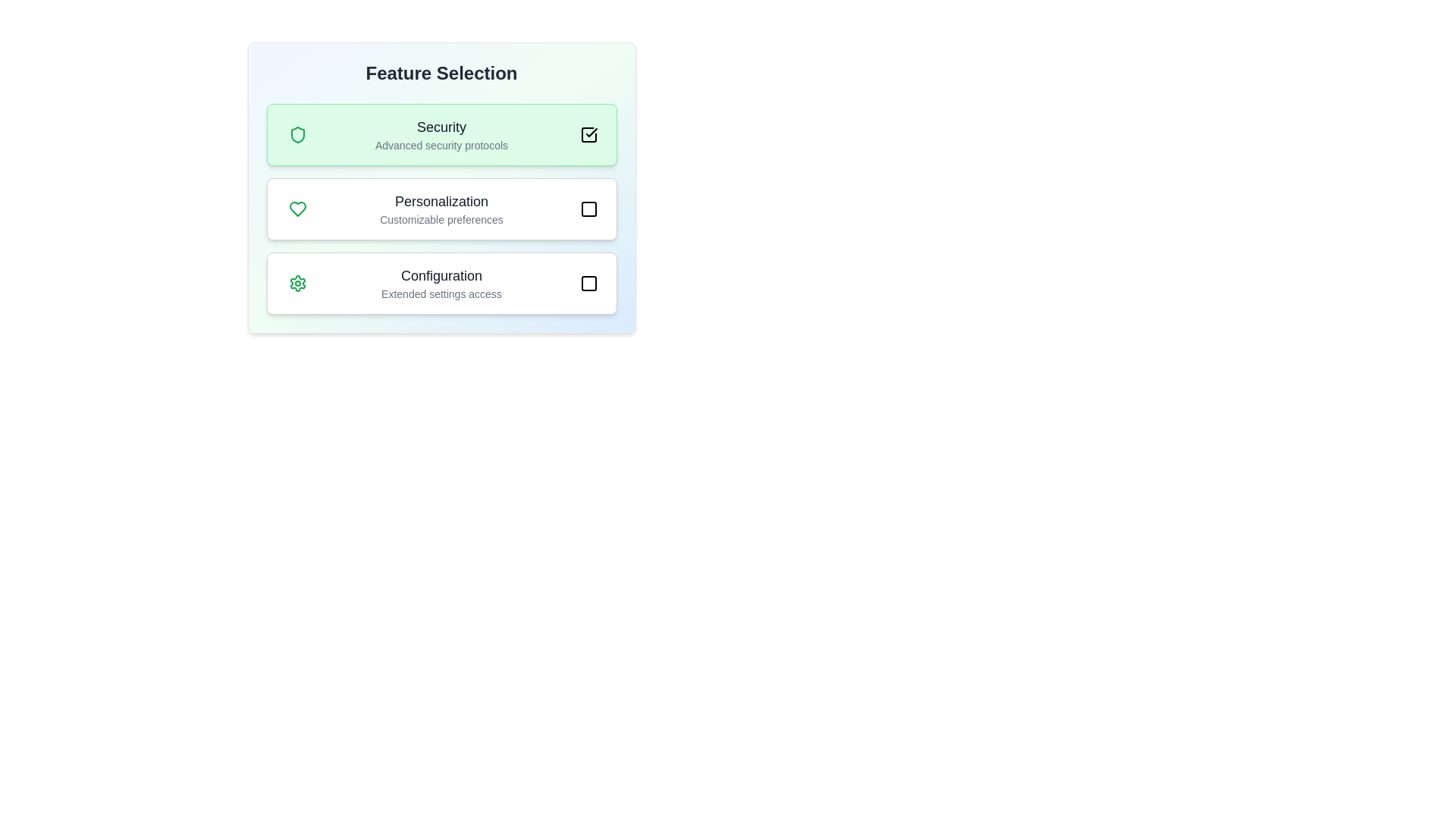  Describe the element at coordinates (297, 209) in the screenshot. I see `the heart-shaped icon representing the 'Personalization' feature, which is positioned to the left of the label text 'Personalization' in the displayed list` at that location.